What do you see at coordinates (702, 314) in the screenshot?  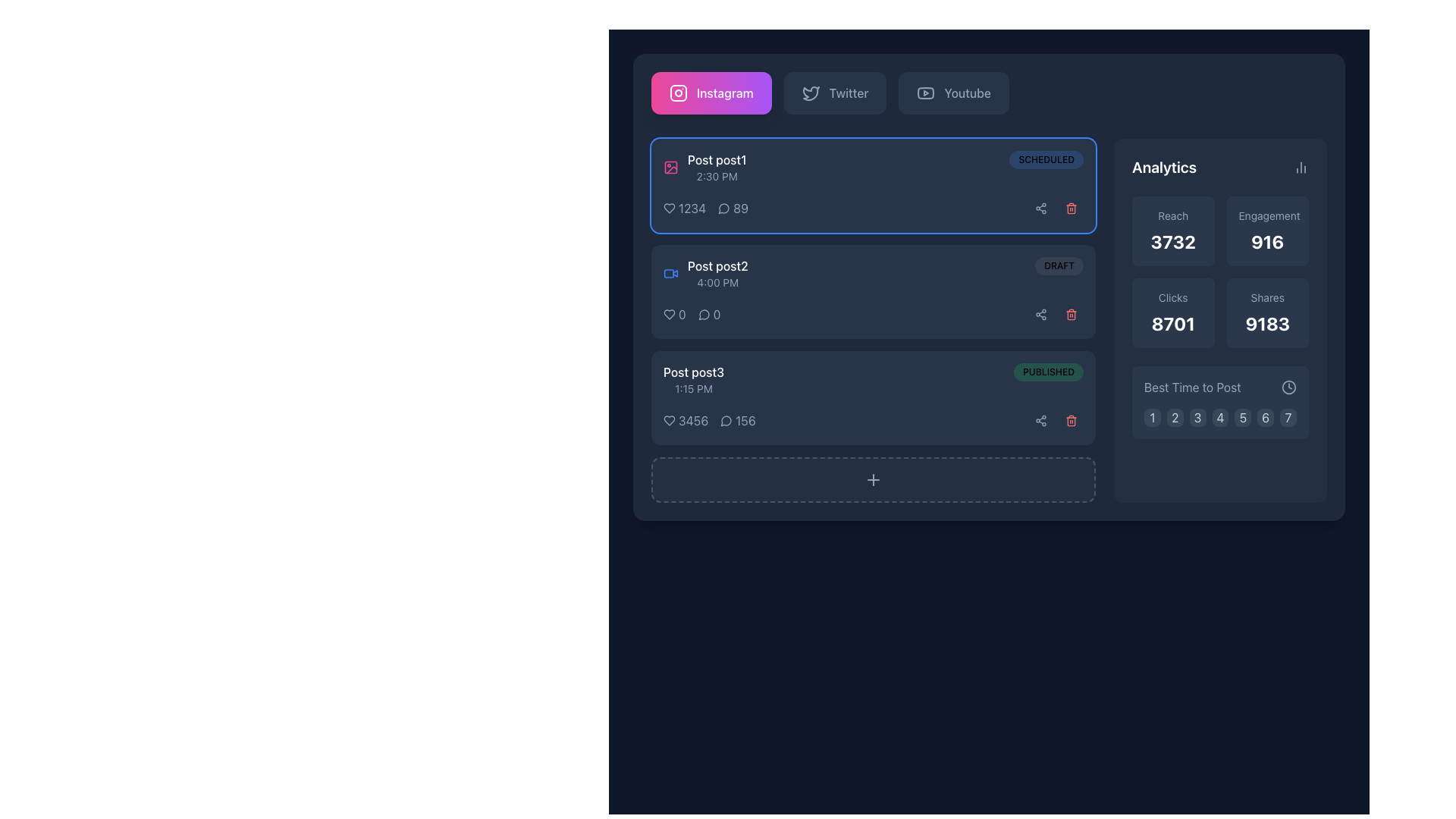 I see `the comment icon located below the second post entry` at bounding box center [702, 314].